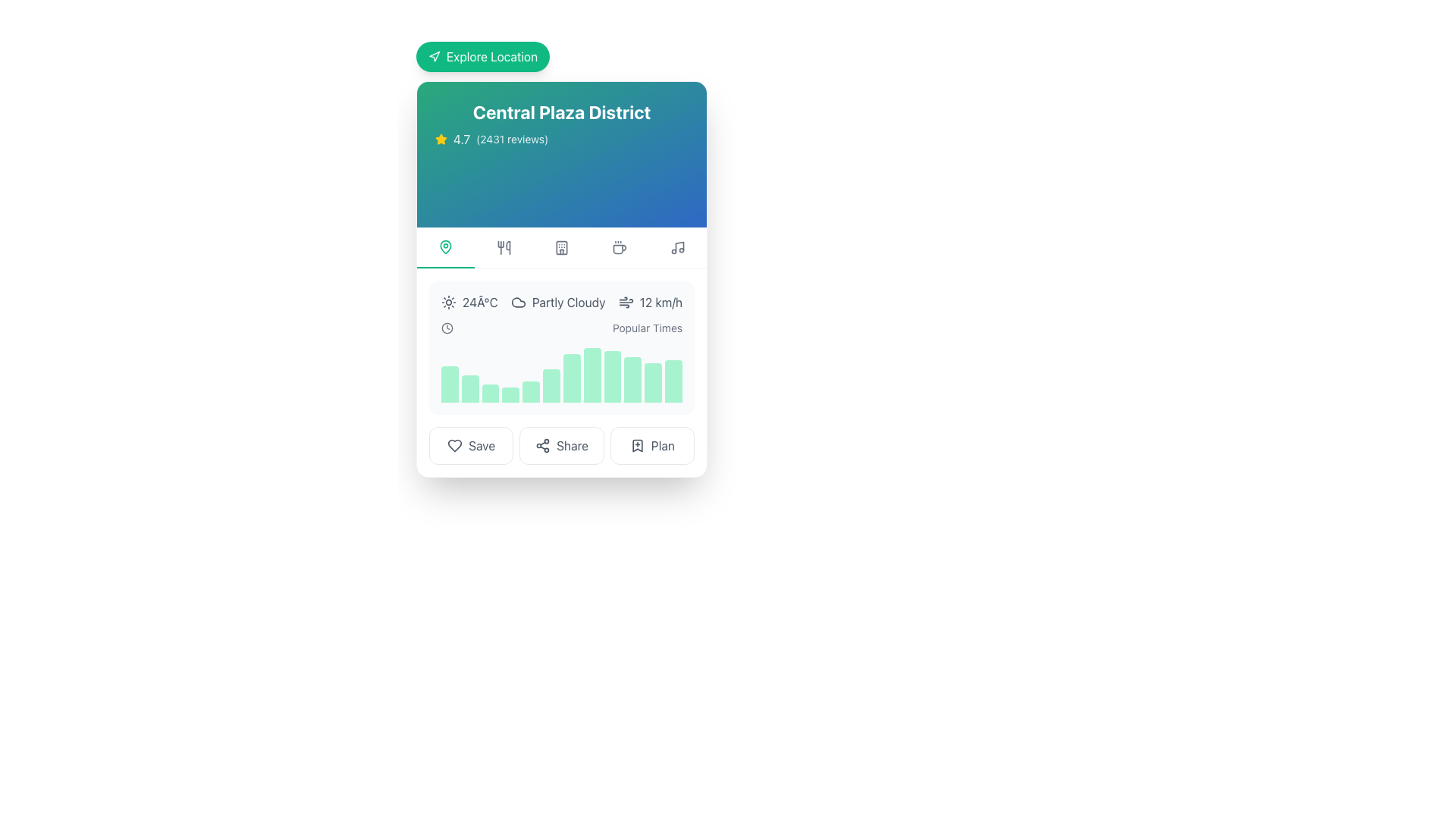 The width and height of the screenshot is (1456, 819). What do you see at coordinates (560, 302) in the screenshot?
I see `the weather details informational display located below the title 'Central Plaza District' and above the 'Popular Times' graph` at bounding box center [560, 302].